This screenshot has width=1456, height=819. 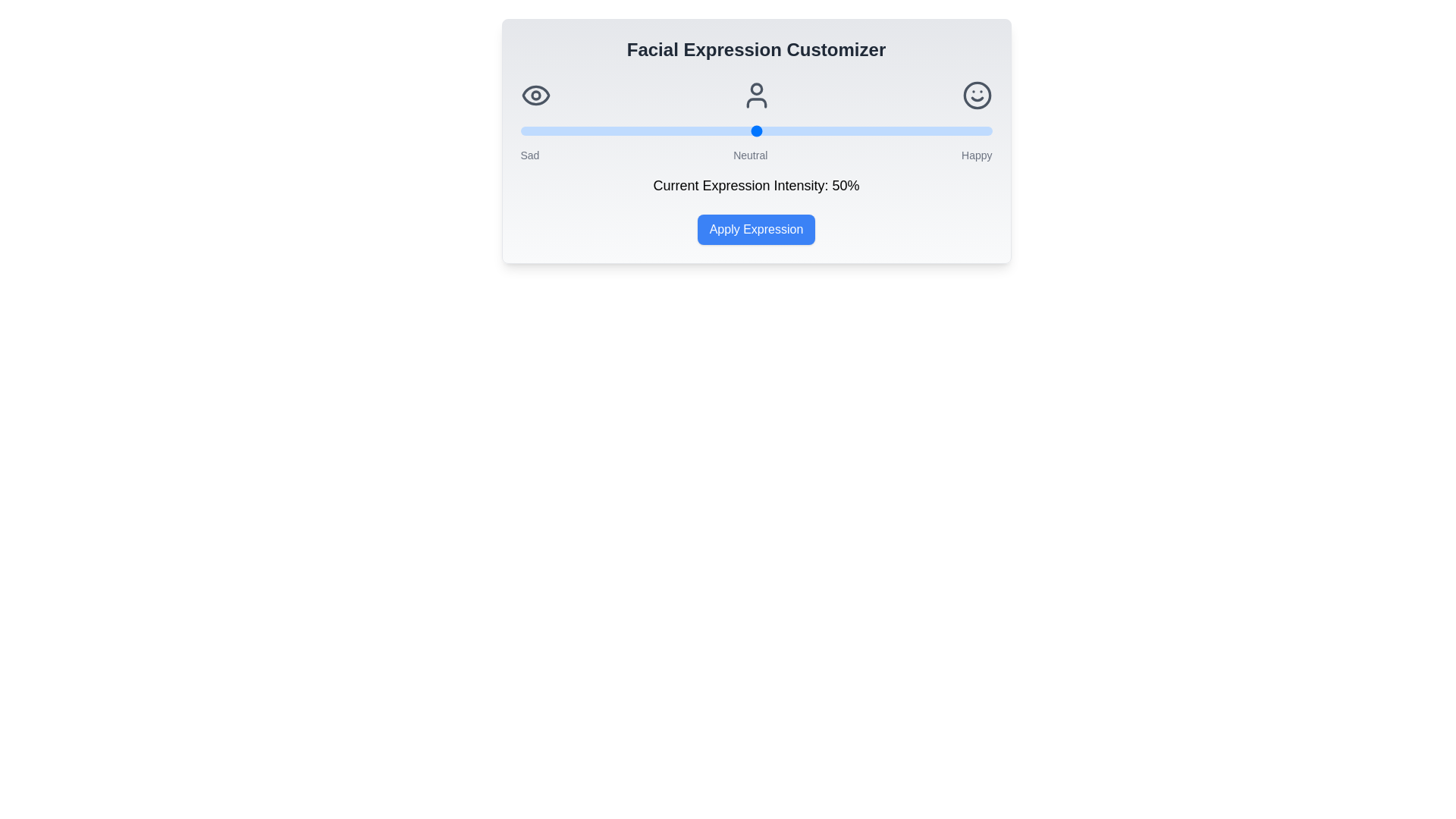 I want to click on the intensity slider to set the facial expression intensity to 12%, so click(x=576, y=130).